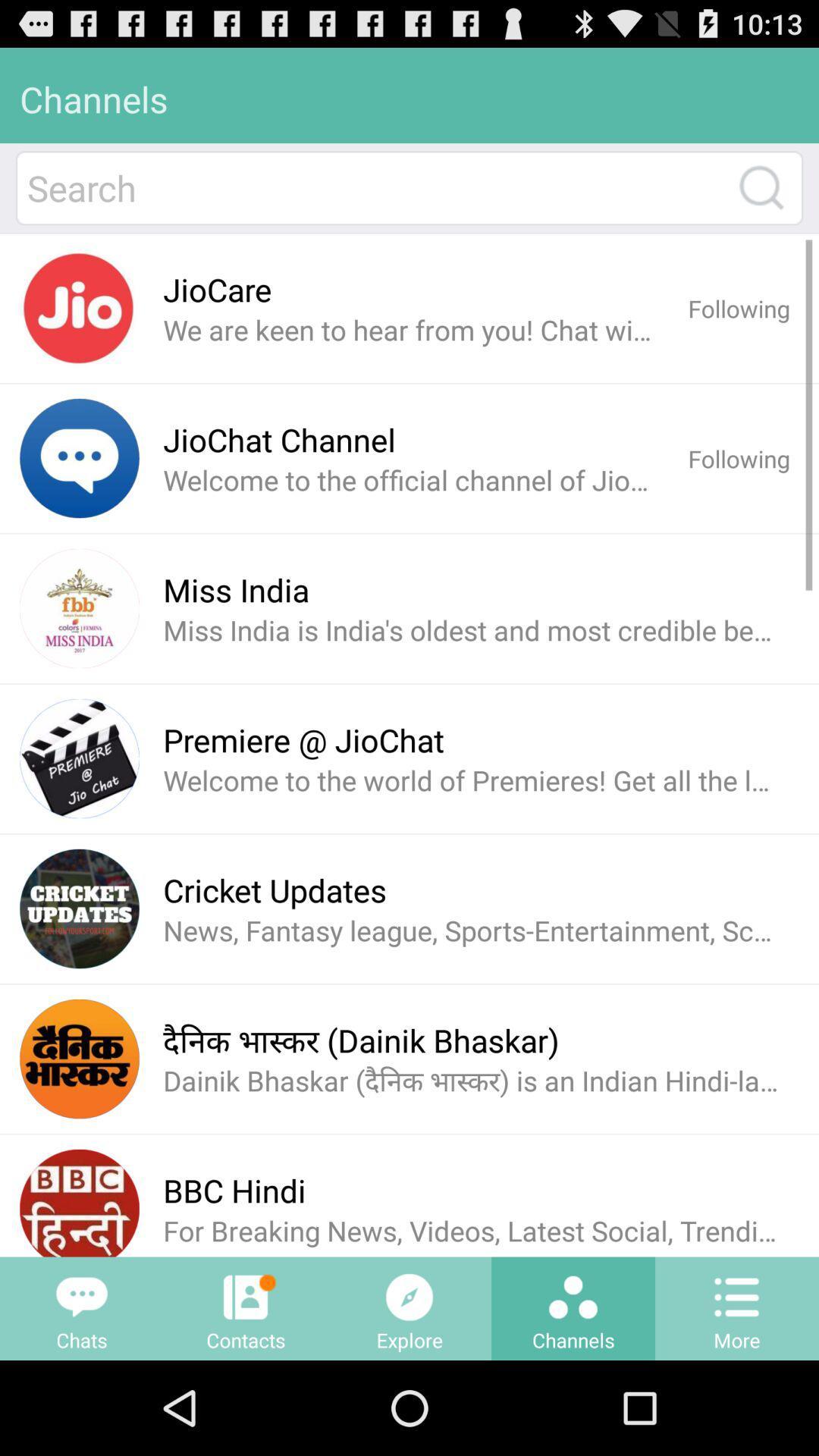  I want to click on search for a name, so click(374, 187).